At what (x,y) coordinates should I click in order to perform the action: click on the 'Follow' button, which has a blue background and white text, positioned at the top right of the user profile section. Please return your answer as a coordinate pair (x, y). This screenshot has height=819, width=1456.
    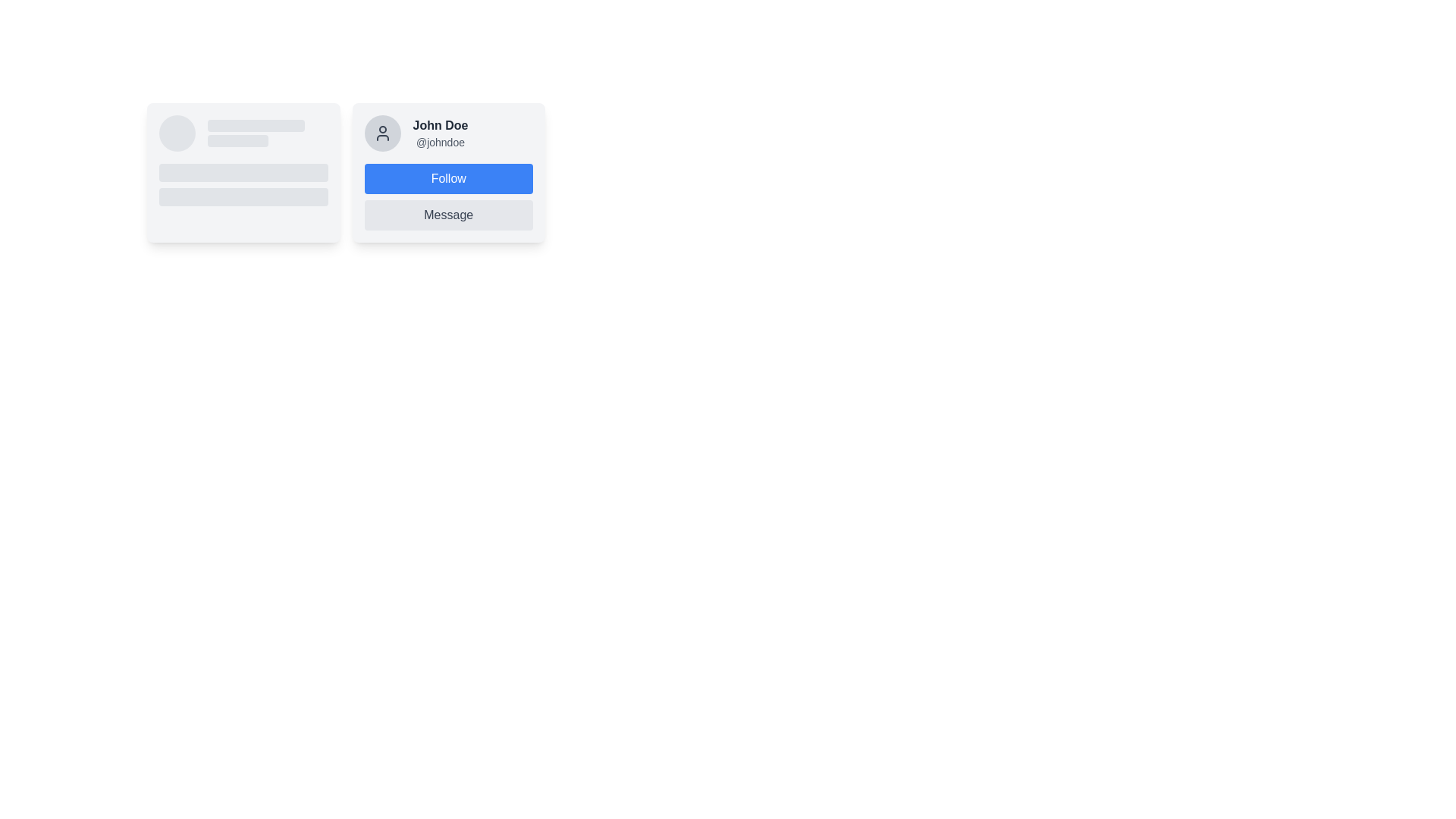
    Looking at the image, I should click on (447, 177).